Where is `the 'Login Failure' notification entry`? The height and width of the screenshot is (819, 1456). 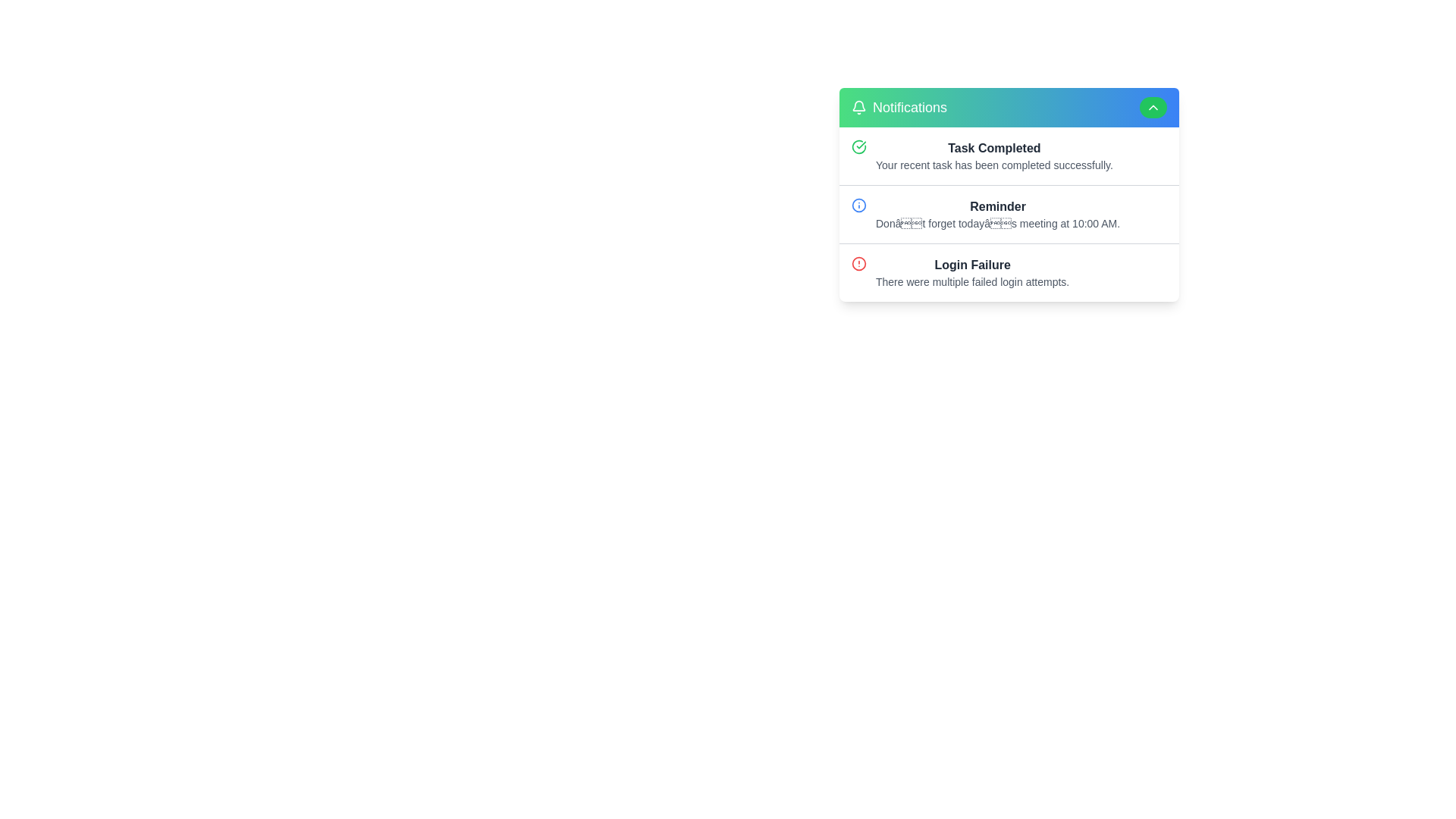
the 'Login Failure' notification entry is located at coordinates (1009, 271).